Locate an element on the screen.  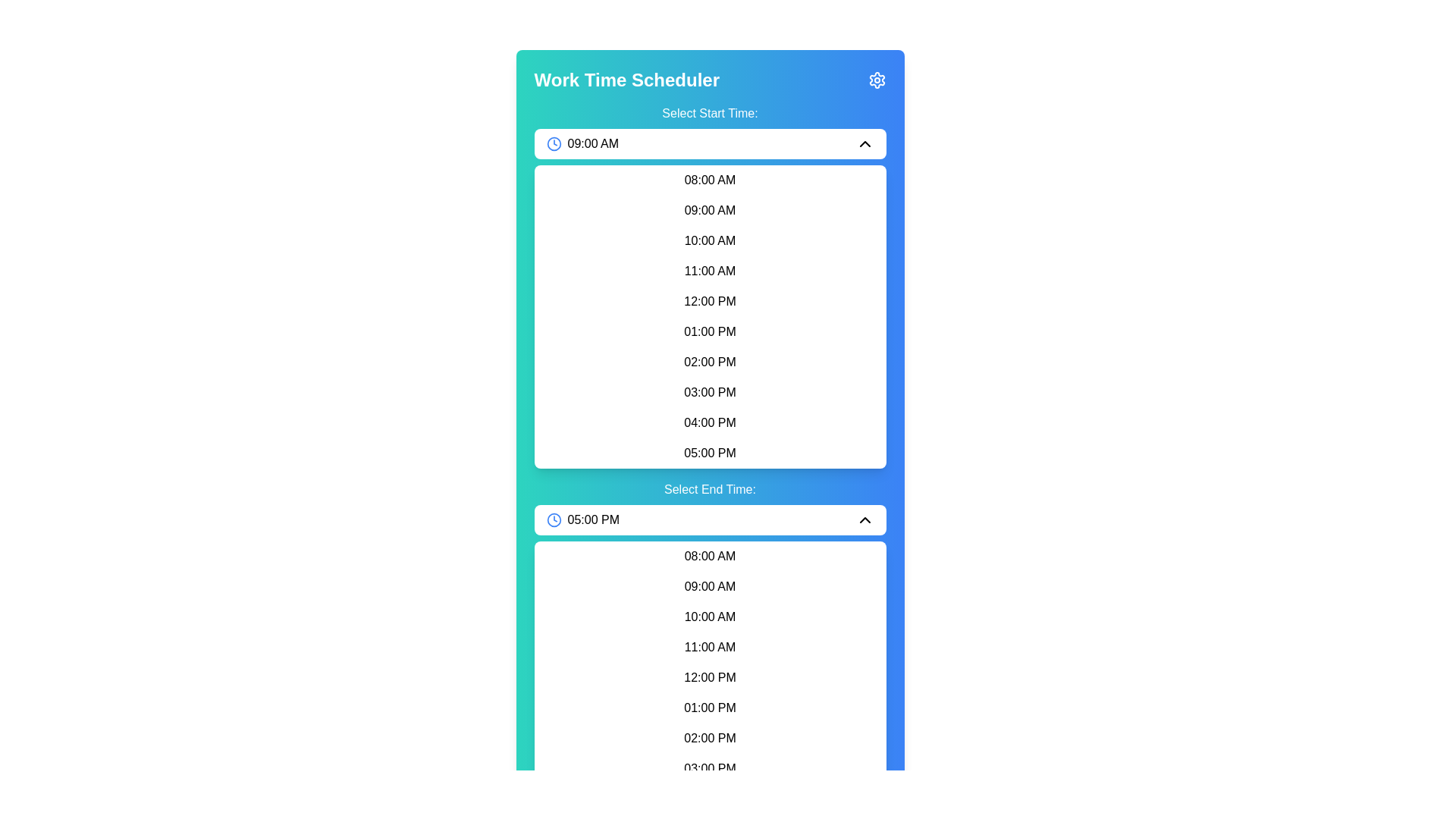
the selectable time slot label located centrally in the scheduling interface, which is the fifth item in a vertical list of time options is located at coordinates (709, 301).